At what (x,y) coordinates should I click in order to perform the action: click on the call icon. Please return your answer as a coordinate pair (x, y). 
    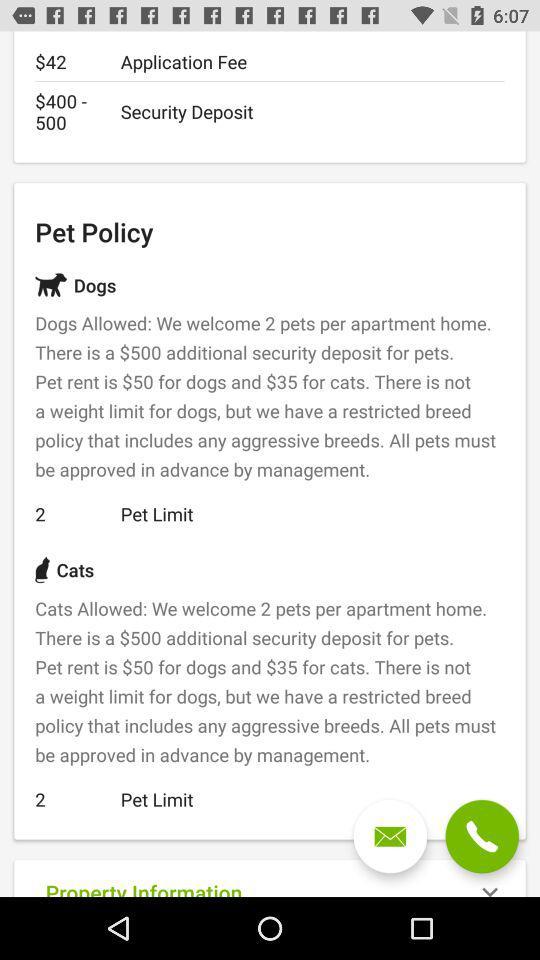
    Looking at the image, I should click on (481, 836).